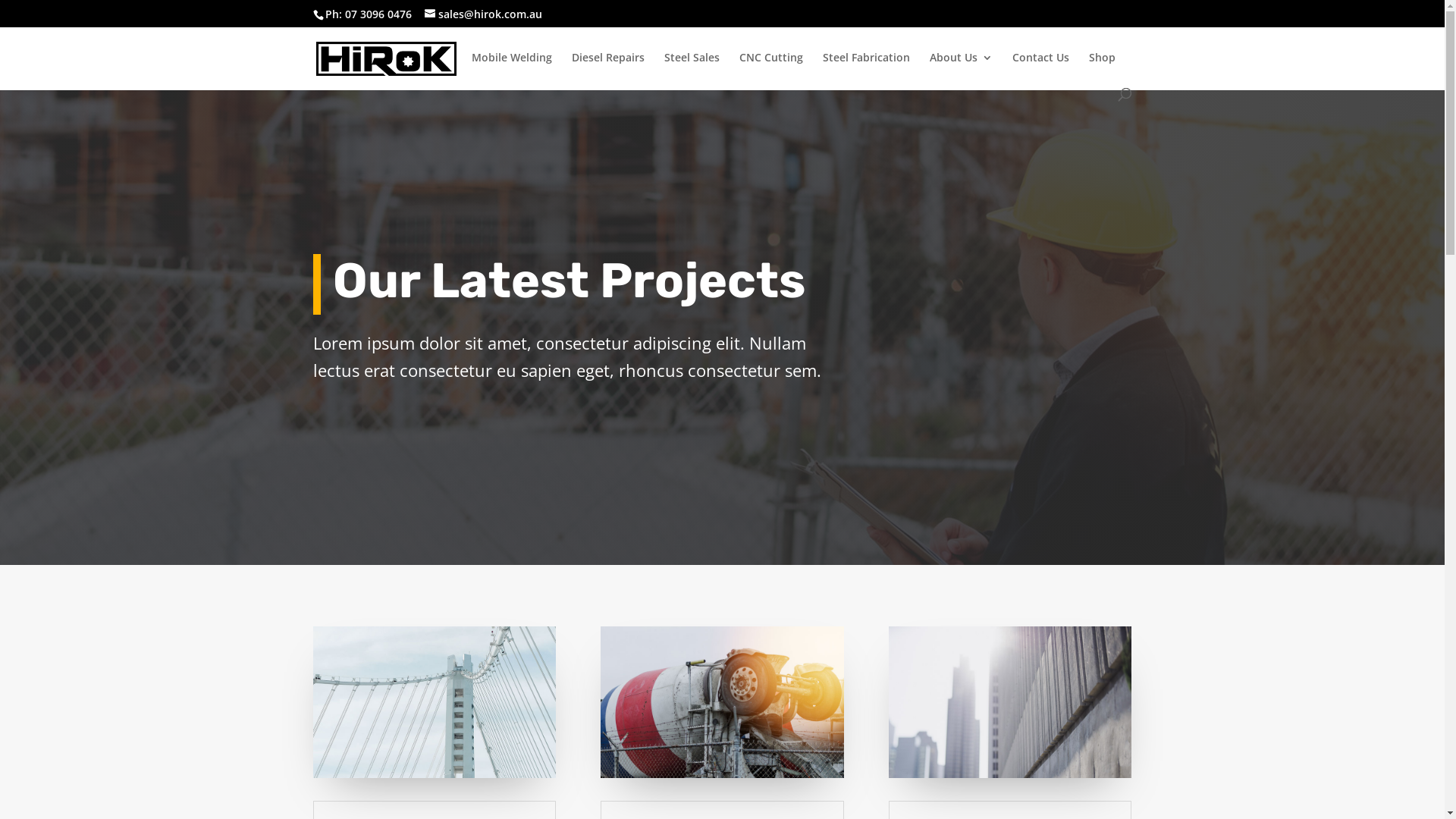 The image size is (1456, 819). I want to click on 'sales@hirok.com.au', so click(482, 13).